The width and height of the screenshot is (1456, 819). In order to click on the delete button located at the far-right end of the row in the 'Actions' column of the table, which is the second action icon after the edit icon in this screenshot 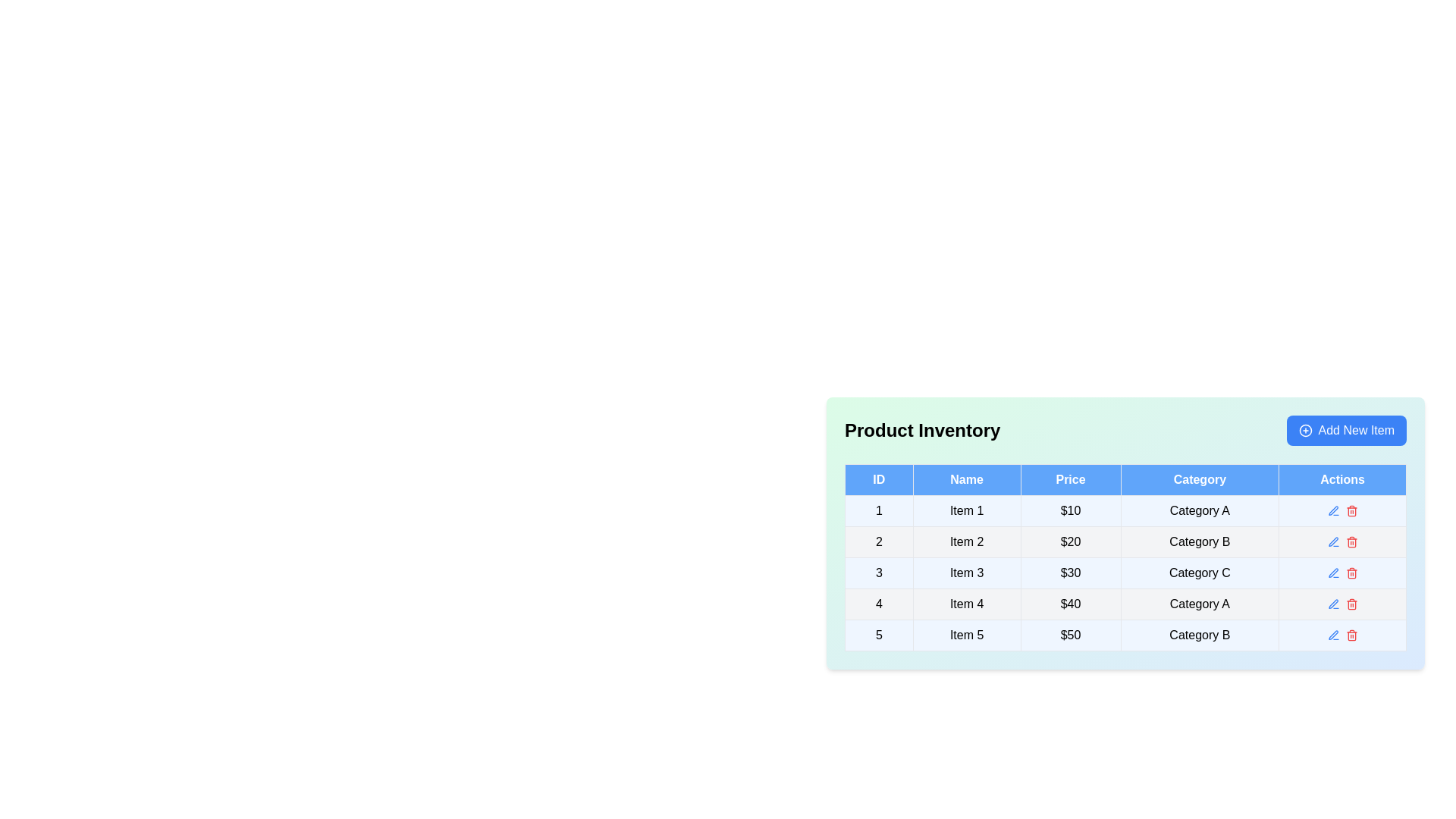, I will do `click(1351, 511)`.